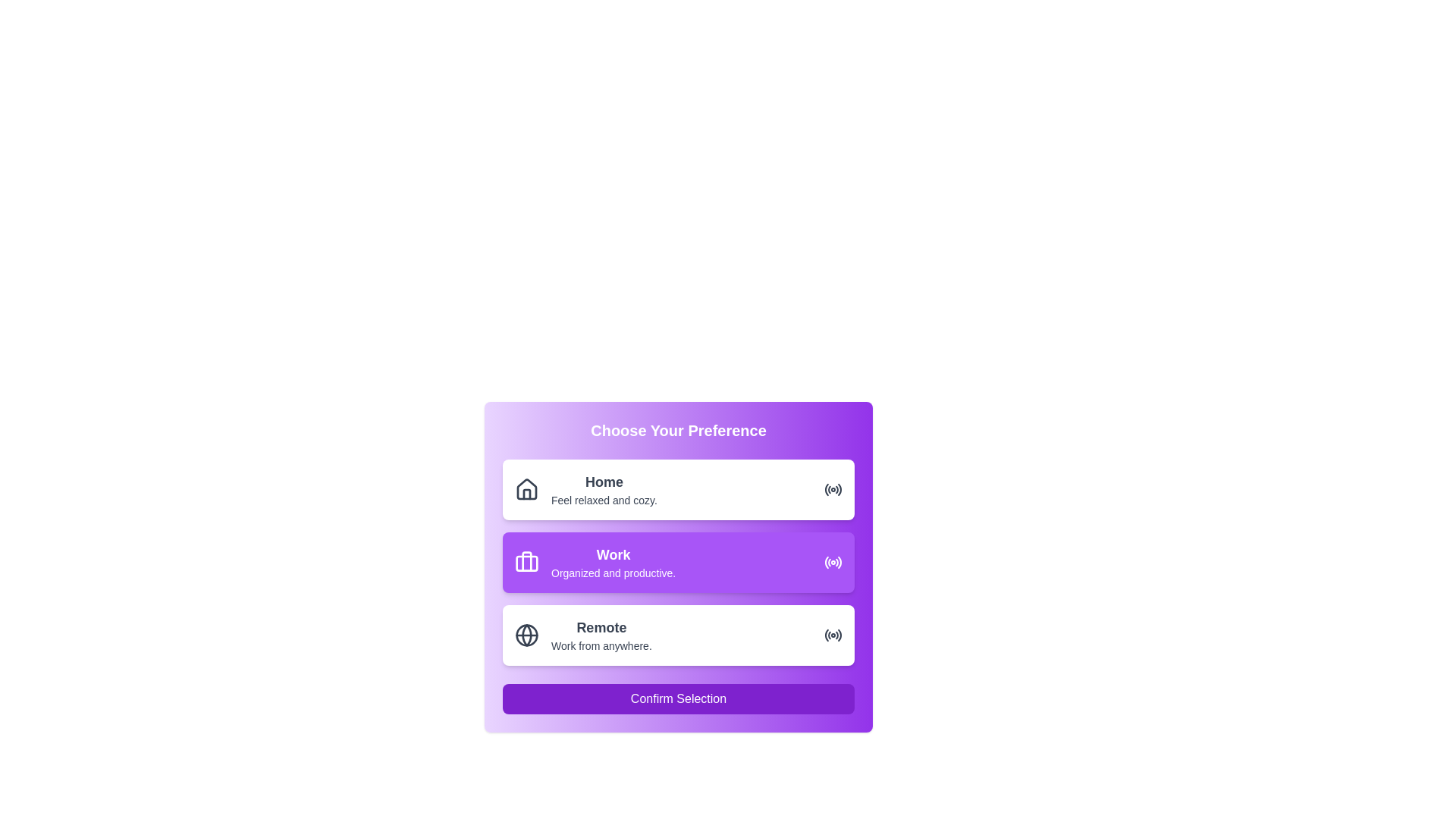 The height and width of the screenshot is (819, 1456). I want to click on the decorative graphical element representing the 'Remote' option, located to the left of the text 'Remote' and 'Work from anywhere.' in the lower card of a three-card vertical layout, so click(527, 635).